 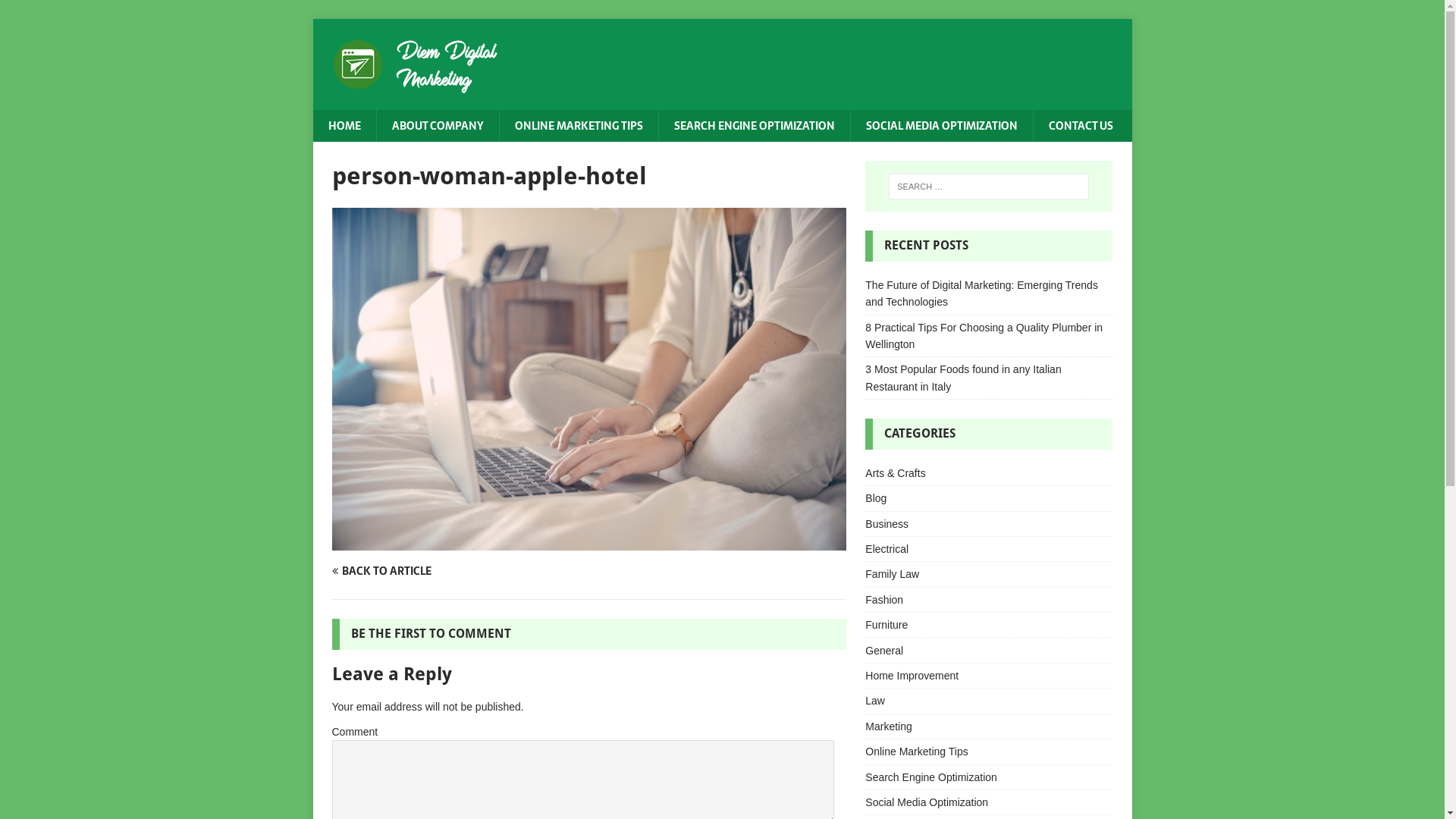 What do you see at coordinates (989, 497) in the screenshot?
I see `'Blog'` at bounding box center [989, 497].